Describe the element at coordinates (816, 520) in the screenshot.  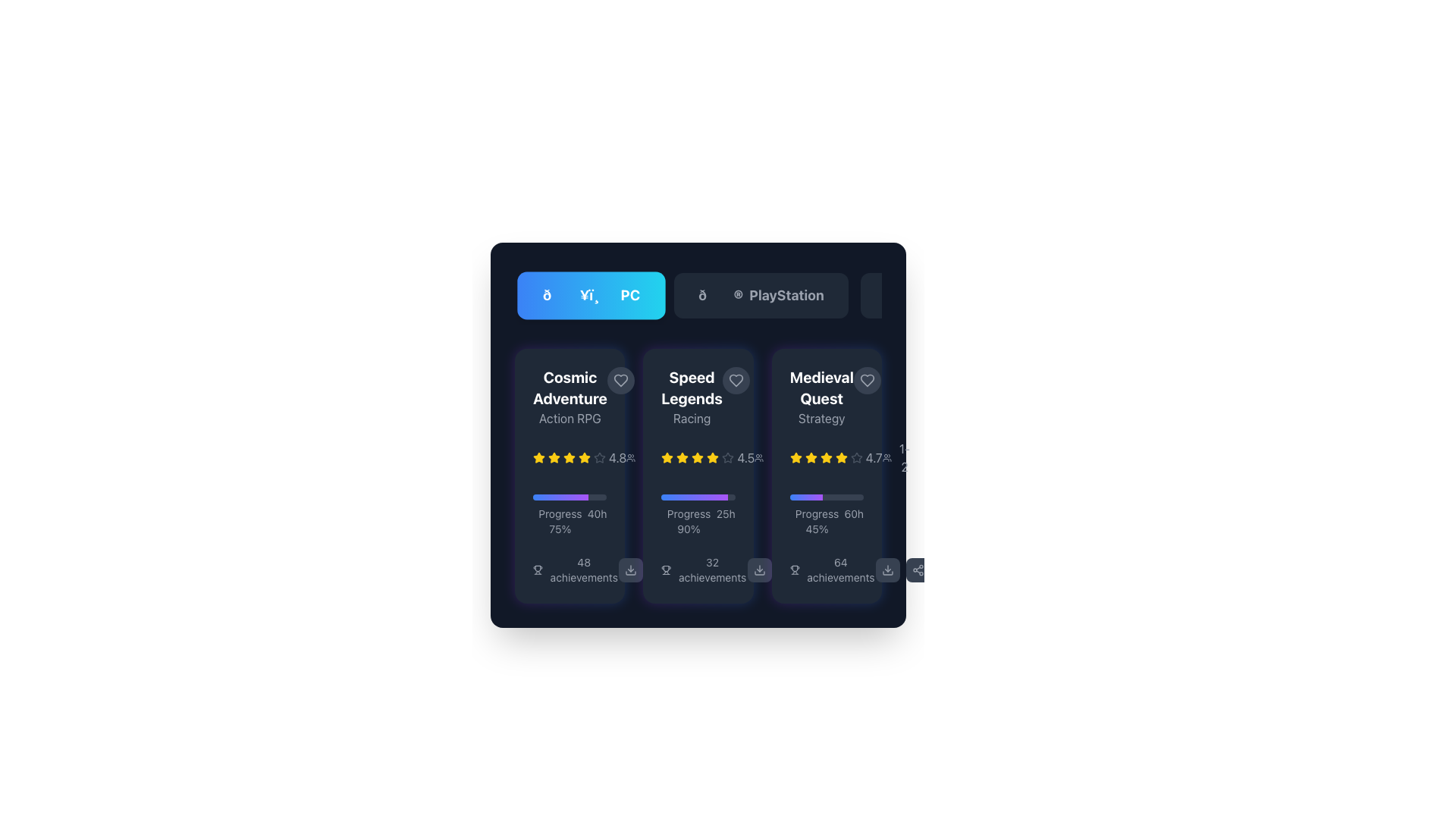
I see `the static text label displaying 'Progress 45%', located in the bottom section of the third card, below the progress bar and before the '60h' label` at that location.